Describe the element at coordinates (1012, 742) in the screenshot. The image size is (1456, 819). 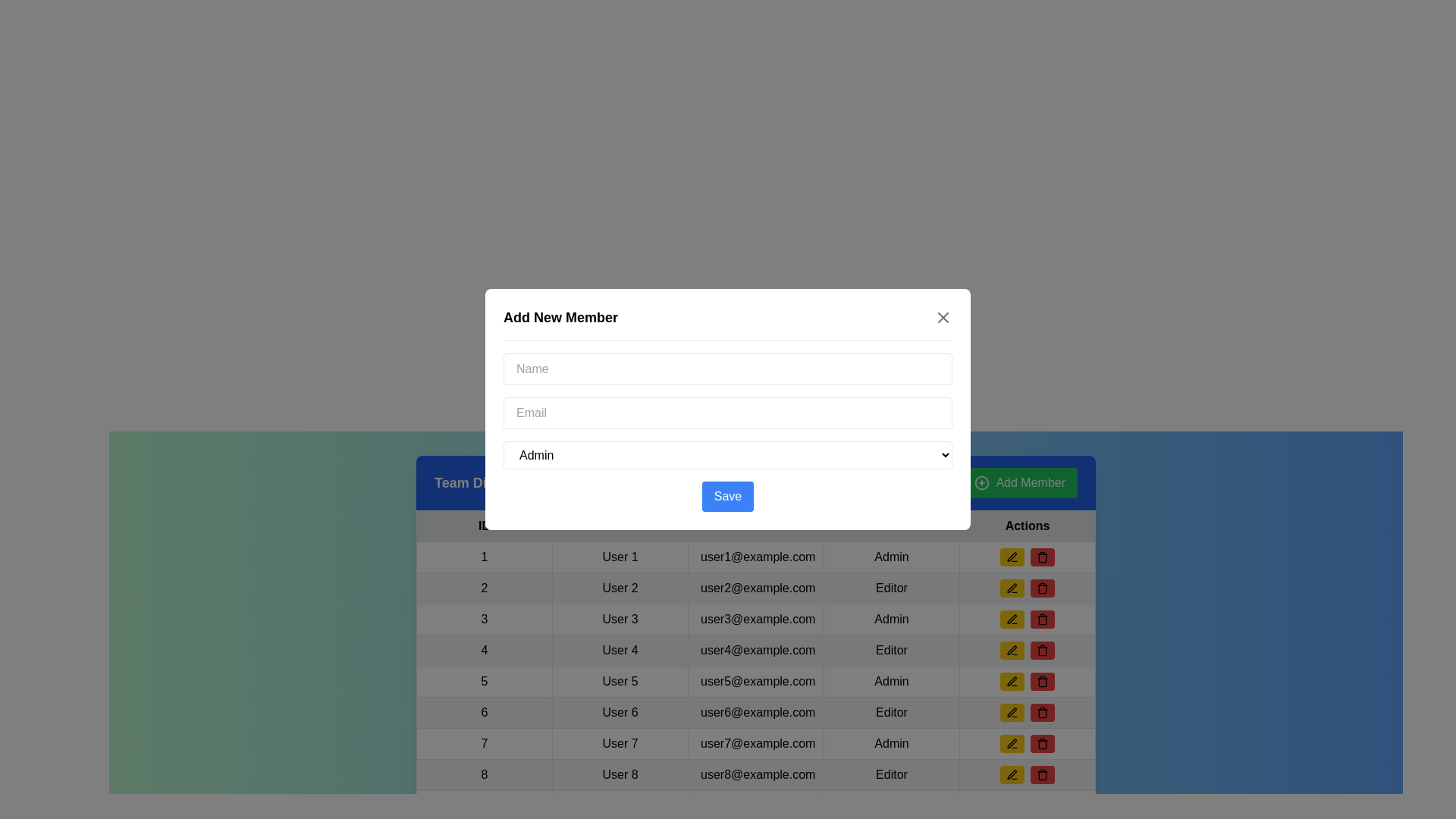
I see `the edit button with a yellow background, which has a pen icon, located in the last row of the table under the 'Actions' column` at that location.